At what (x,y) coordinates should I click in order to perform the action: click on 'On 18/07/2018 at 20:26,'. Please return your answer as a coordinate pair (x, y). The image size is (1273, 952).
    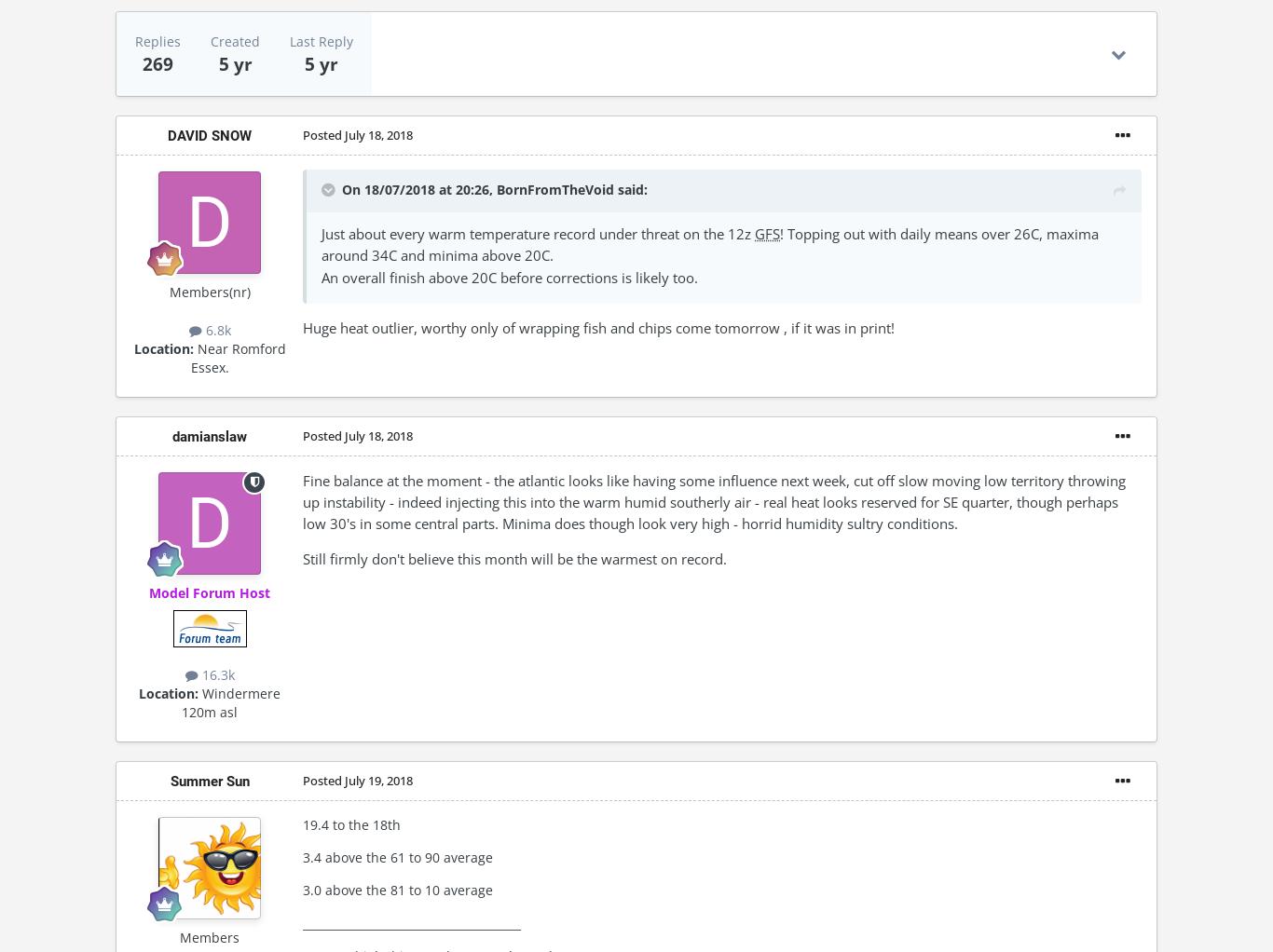
    Looking at the image, I should click on (417, 189).